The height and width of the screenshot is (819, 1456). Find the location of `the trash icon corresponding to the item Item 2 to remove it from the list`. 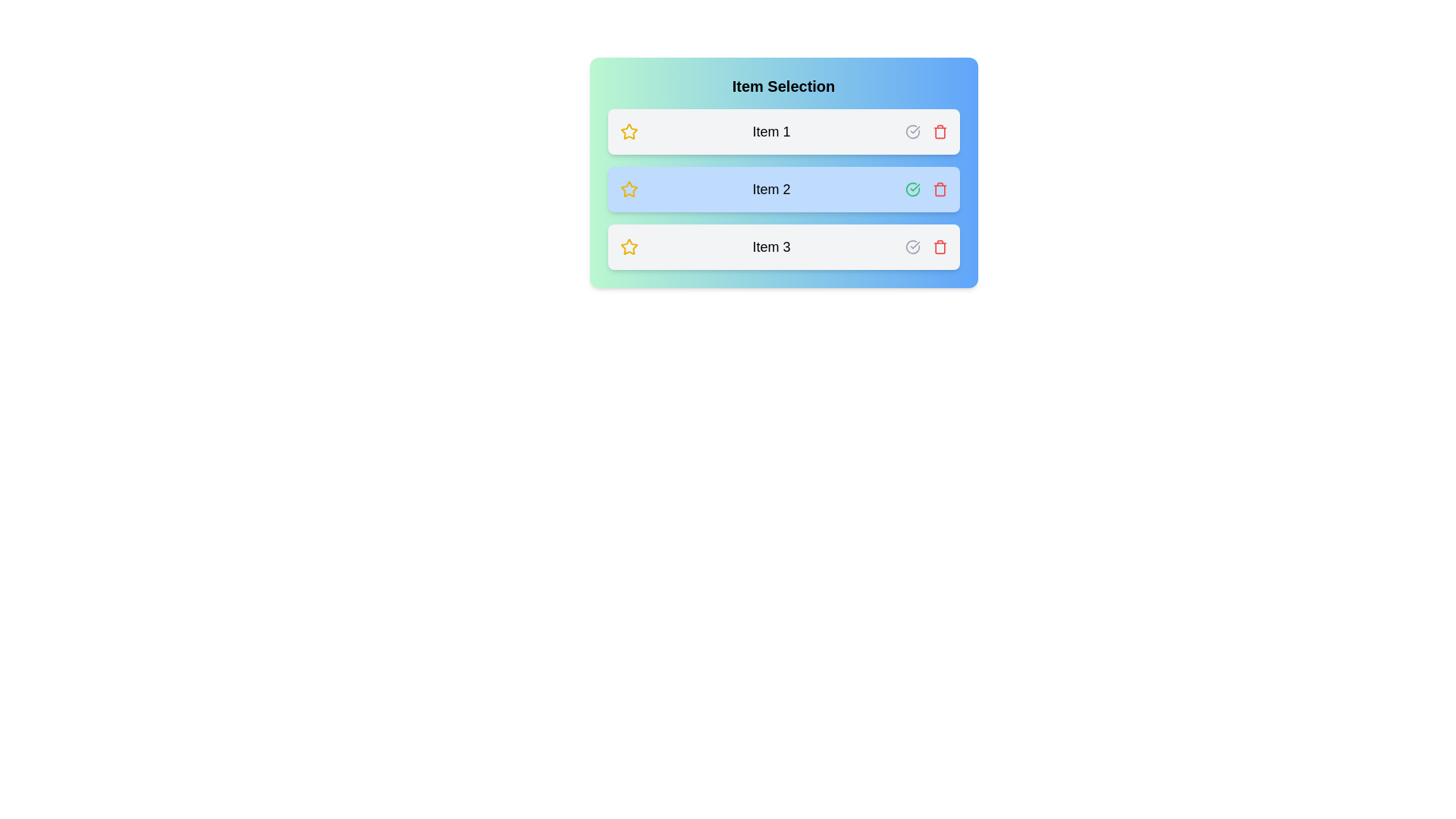

the trash icon corresponding to the item Item 2 to remove it from the list is located at coordinates (939, 189).